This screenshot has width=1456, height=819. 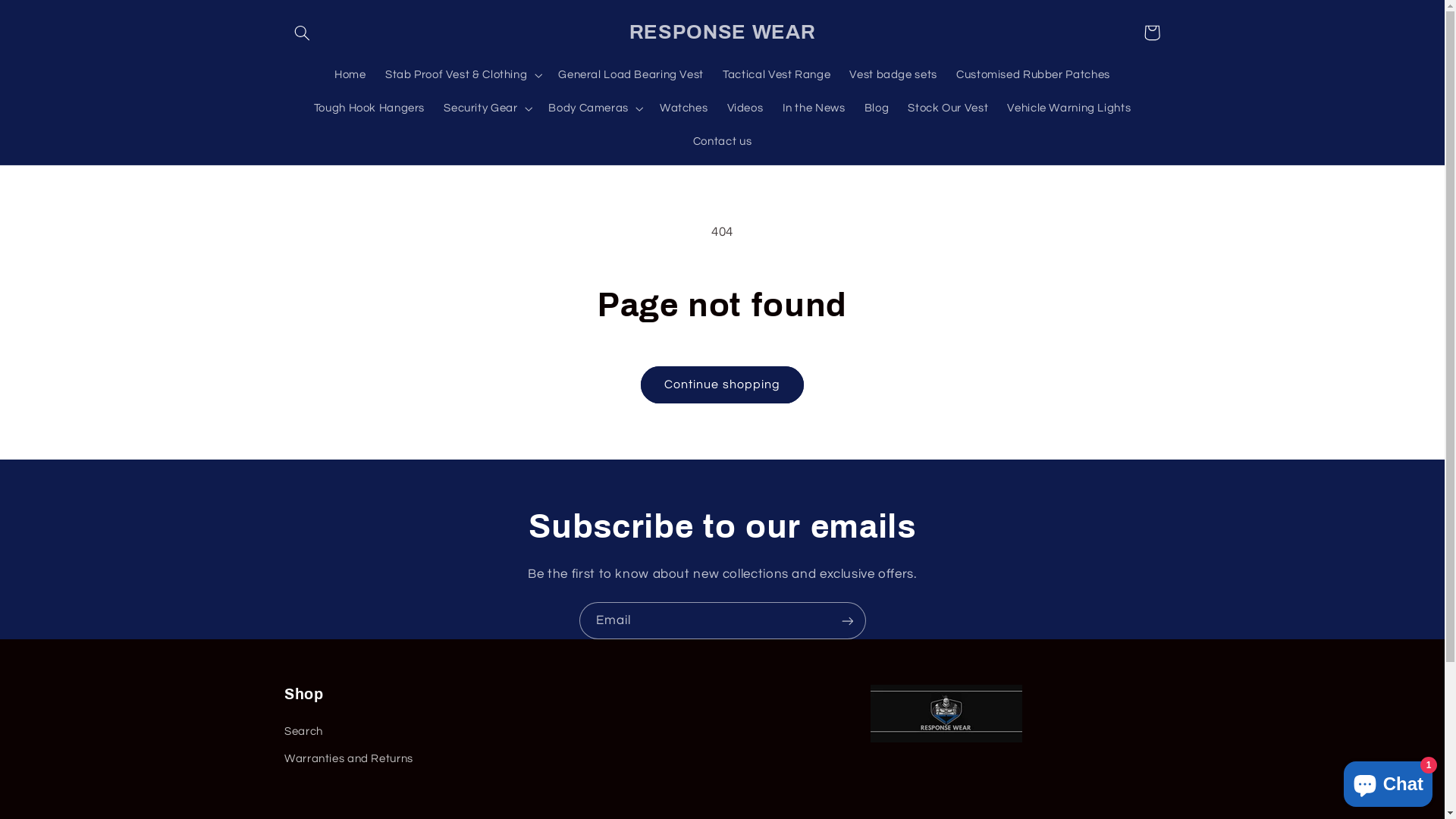 What do you see at coordinates (777, 75) in the screenshot?
I see `'Tactical Vest Range'` at bounding box center [777, 75].